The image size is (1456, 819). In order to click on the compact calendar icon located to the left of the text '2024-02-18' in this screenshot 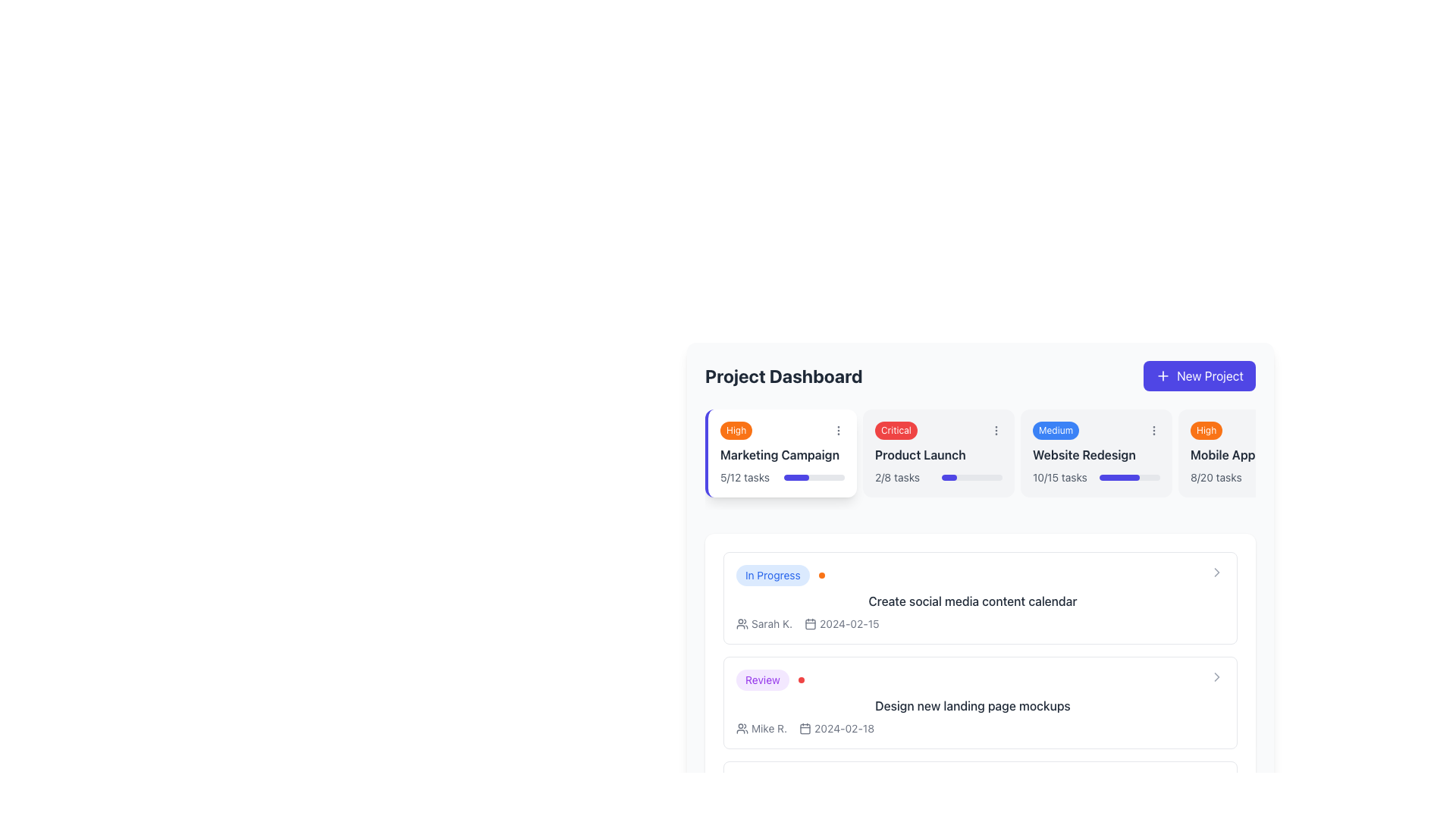, I will do `click(805, 727)`.